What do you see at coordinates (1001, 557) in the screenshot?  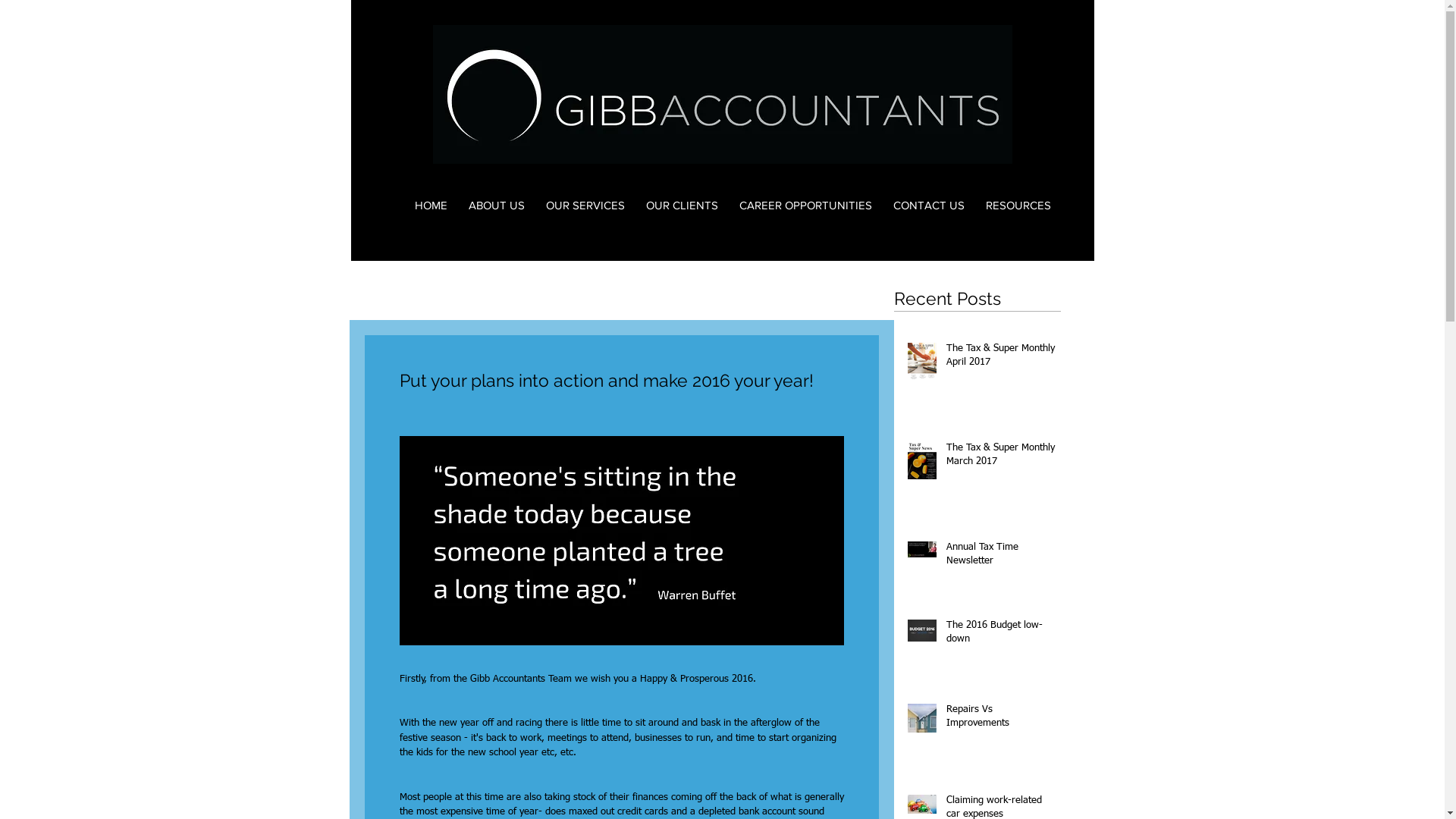 I see `'Annual Tax Time Newsletter'` at bounding box center [1001, 557].